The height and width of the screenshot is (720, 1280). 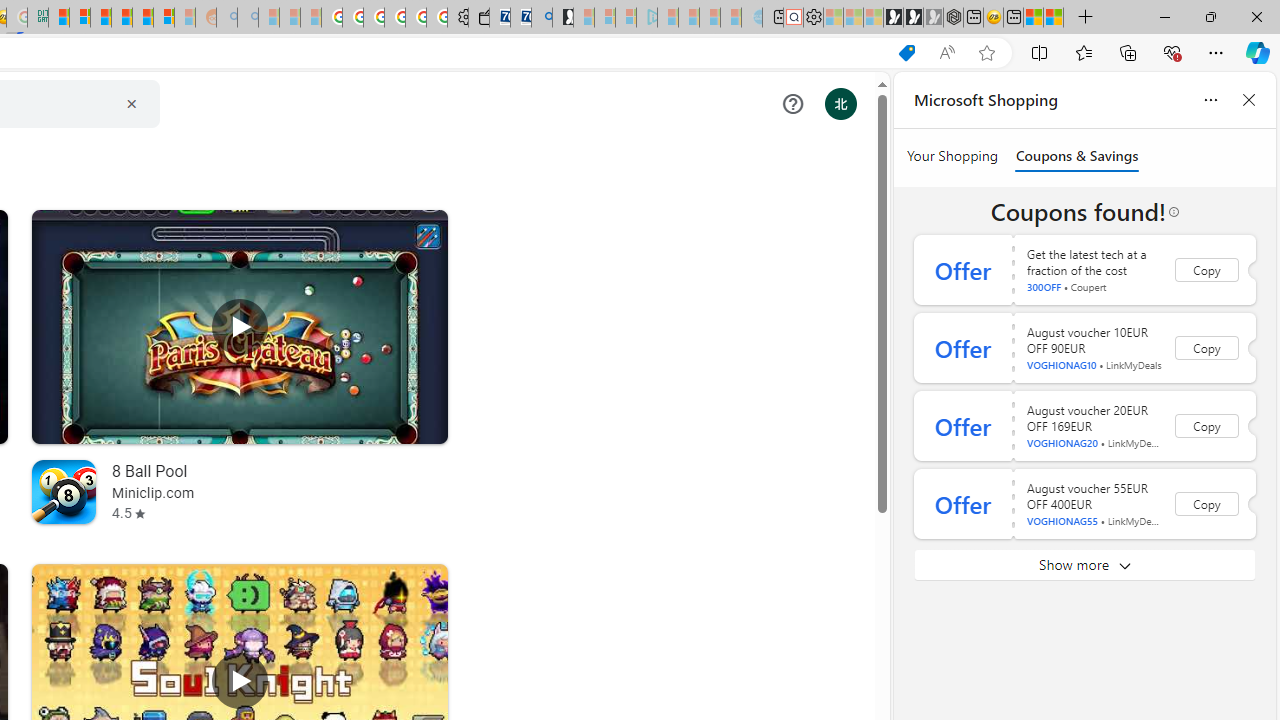 I want to click on 'Home | Sky Blue Bikes - Sky Blue Bikes - Sleeping', so click(x=751, y=17).